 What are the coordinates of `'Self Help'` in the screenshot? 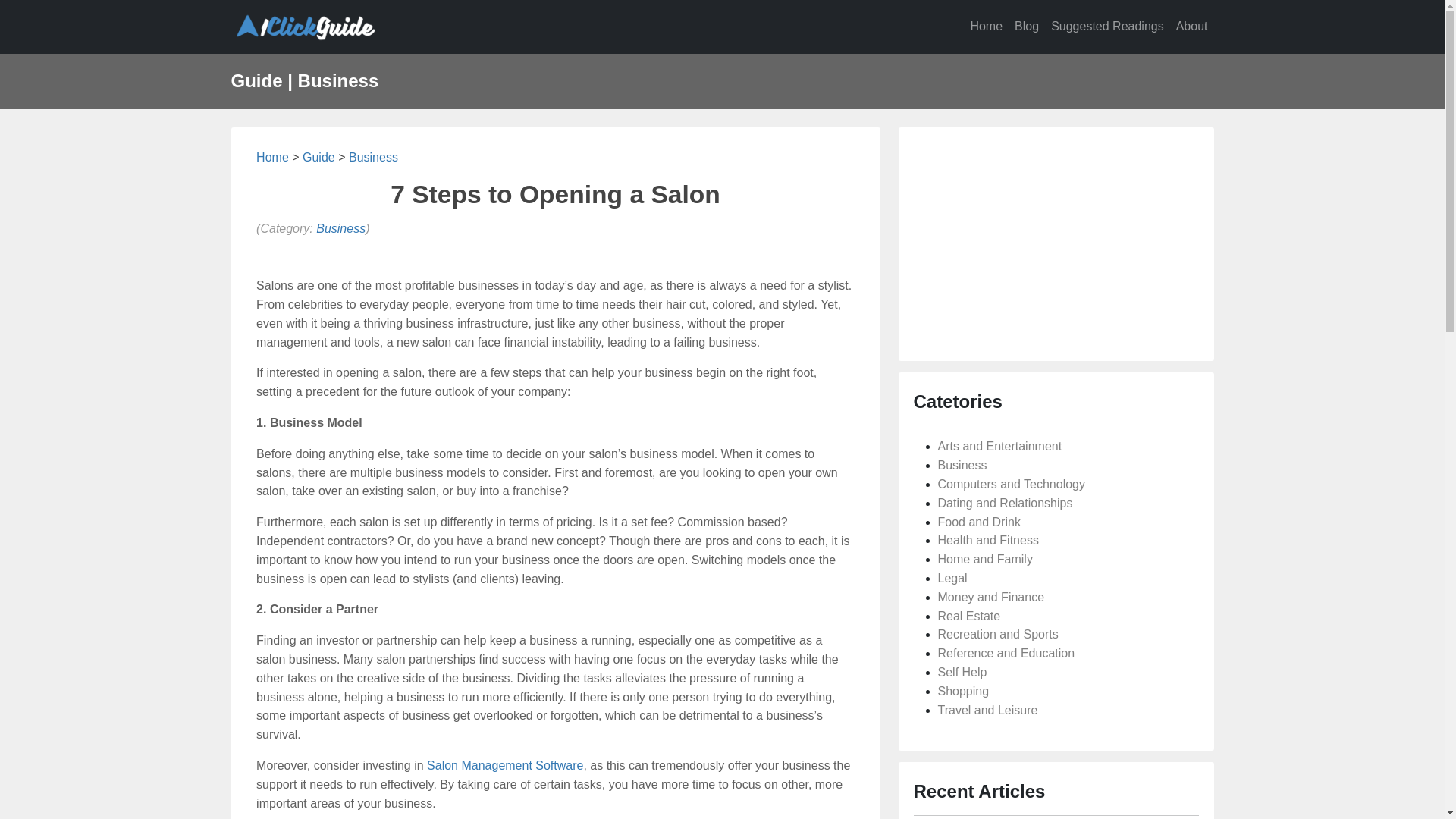 It's located at (961, 671).